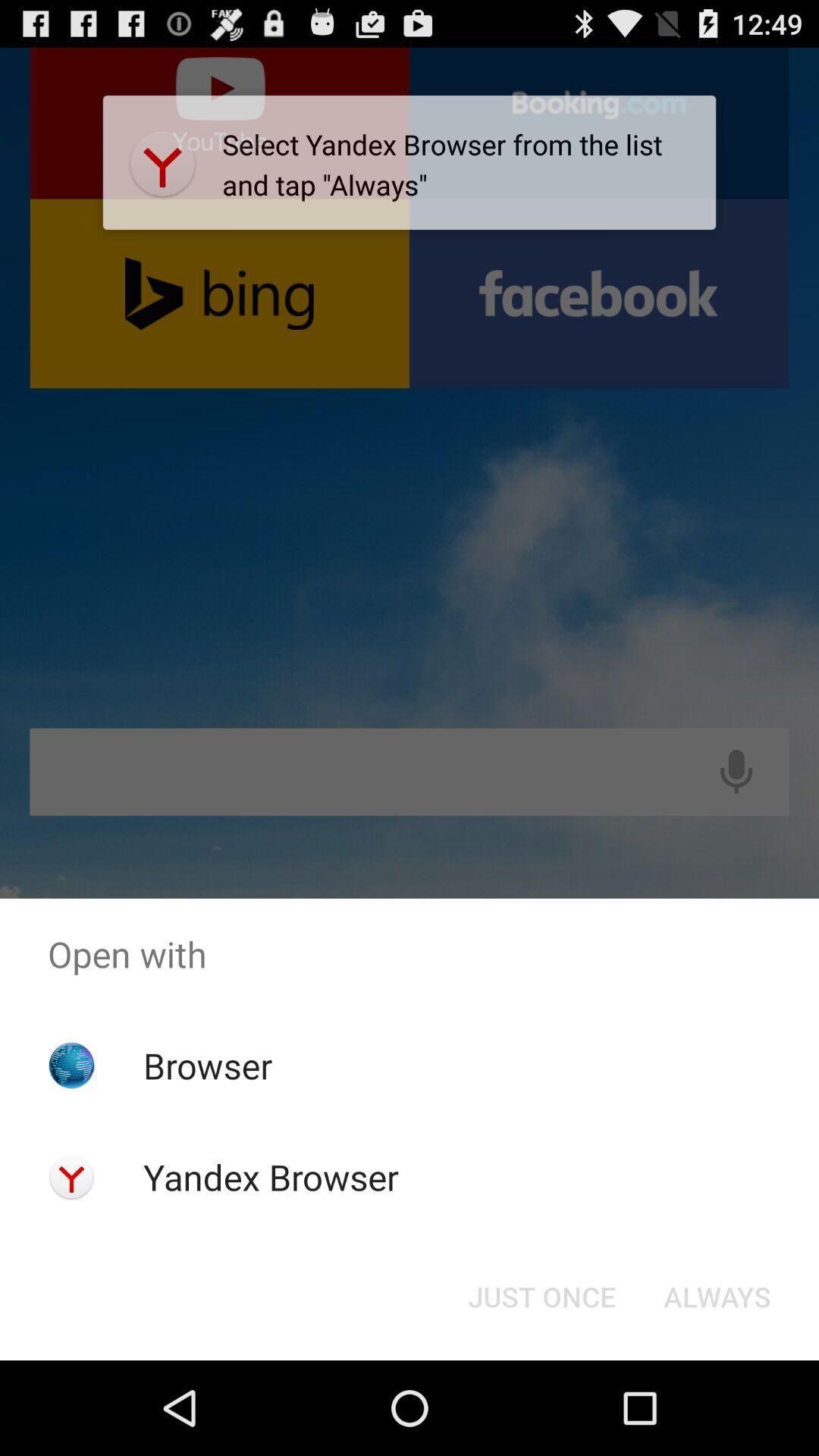 The height and width of the screenshot is (1456, 819). What do you see at coordinates (717, 1295) in the screenshot?
I see `item to the right of just once item` at bounding box center [717, 1295].